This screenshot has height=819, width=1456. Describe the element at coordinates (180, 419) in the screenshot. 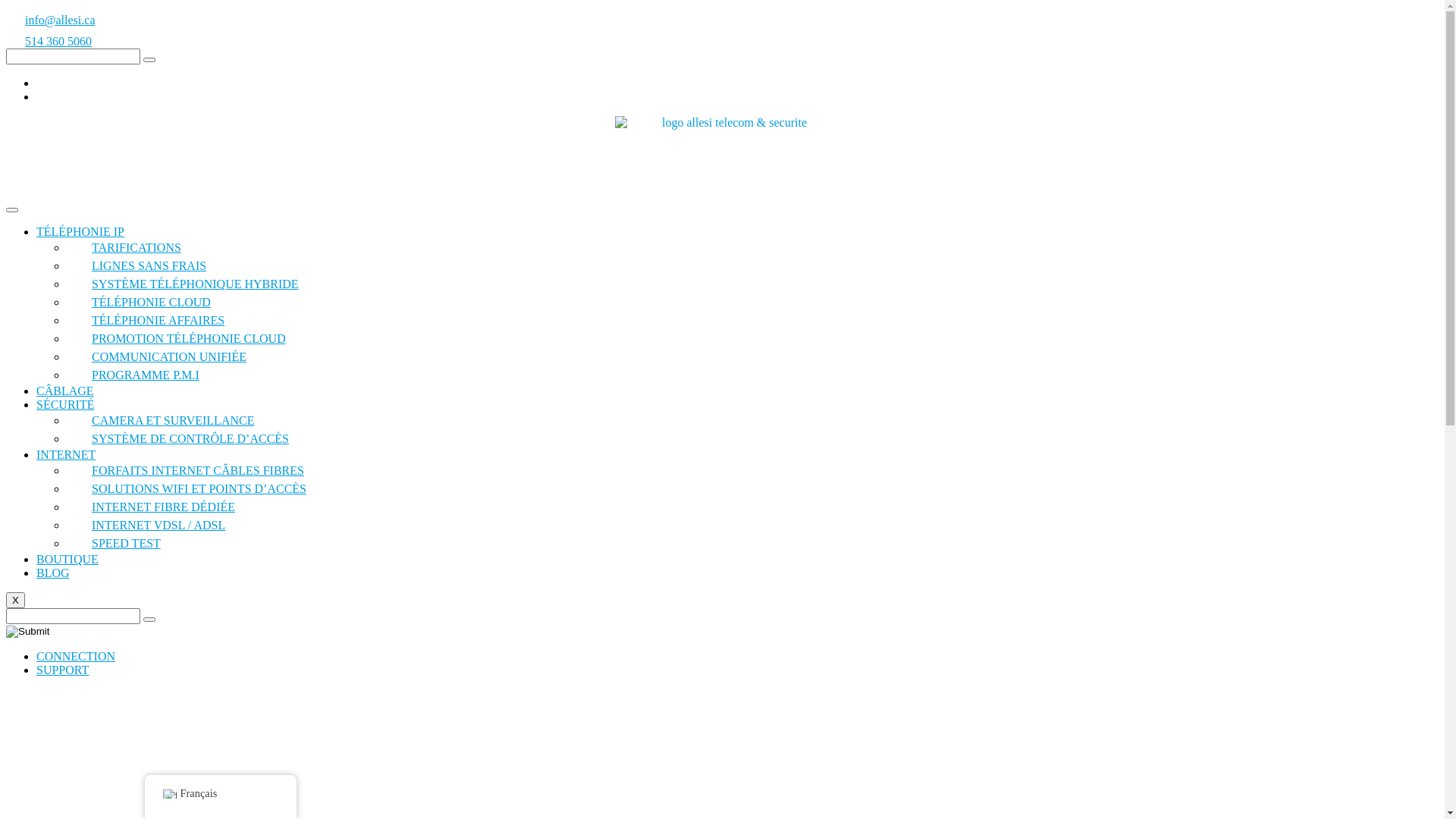

I see `'CAMERA ET SURVEILLANCE'` at that location.